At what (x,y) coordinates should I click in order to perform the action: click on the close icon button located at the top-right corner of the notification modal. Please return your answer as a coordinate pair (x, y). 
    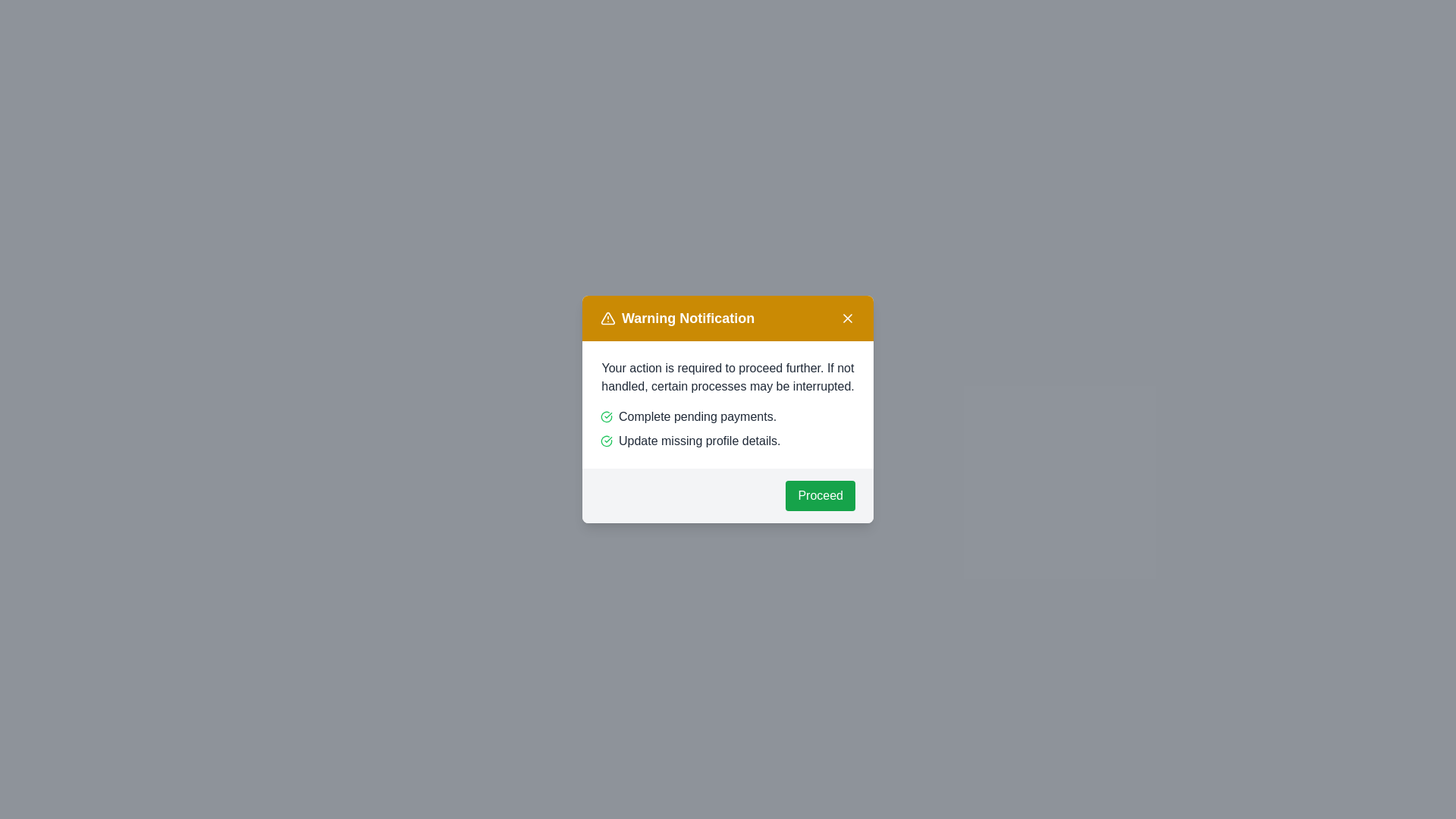
    Looking at the image, I should click on (847, 318).